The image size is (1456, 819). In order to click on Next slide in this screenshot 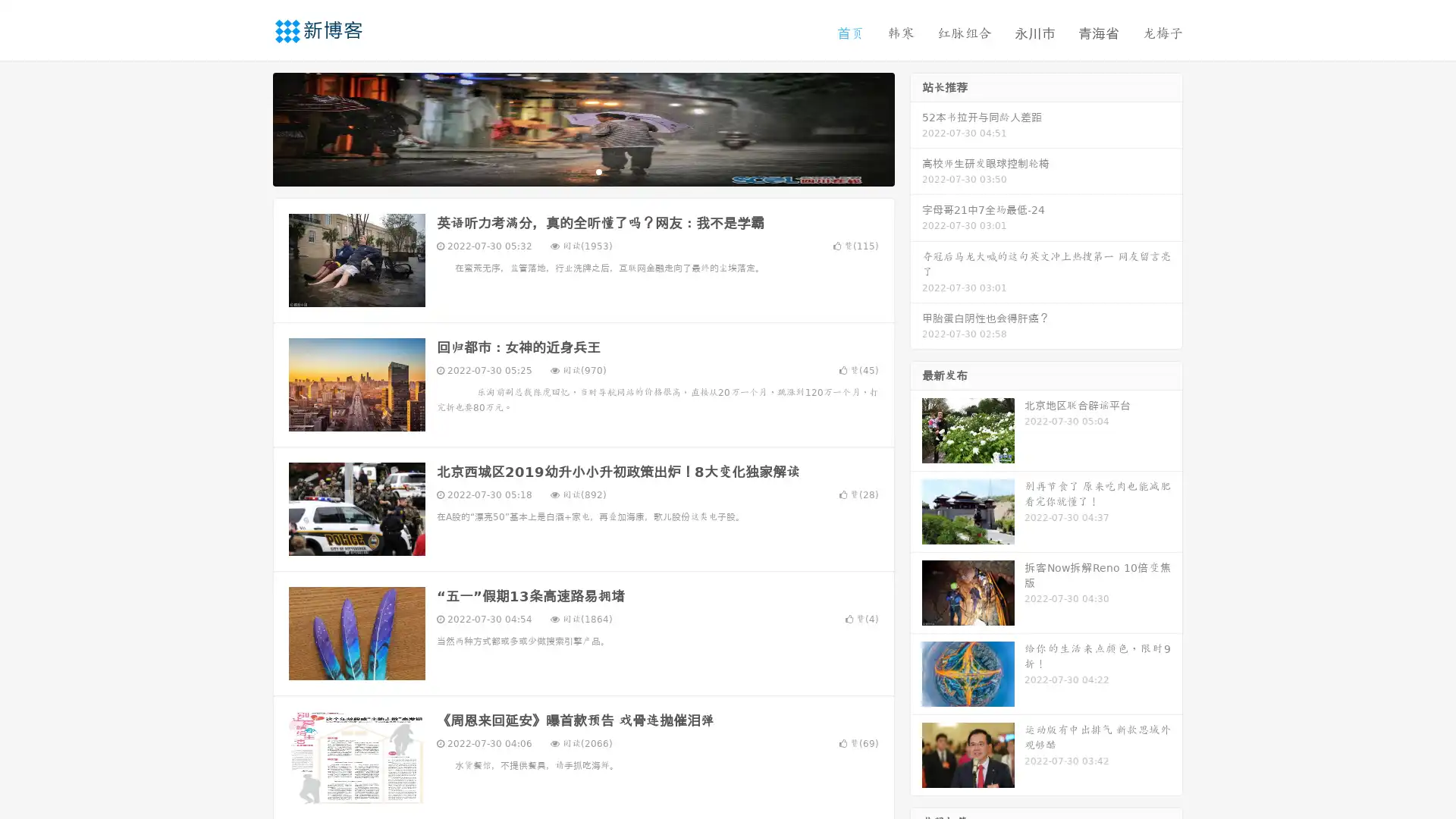, I will do `click(916, 127)`.